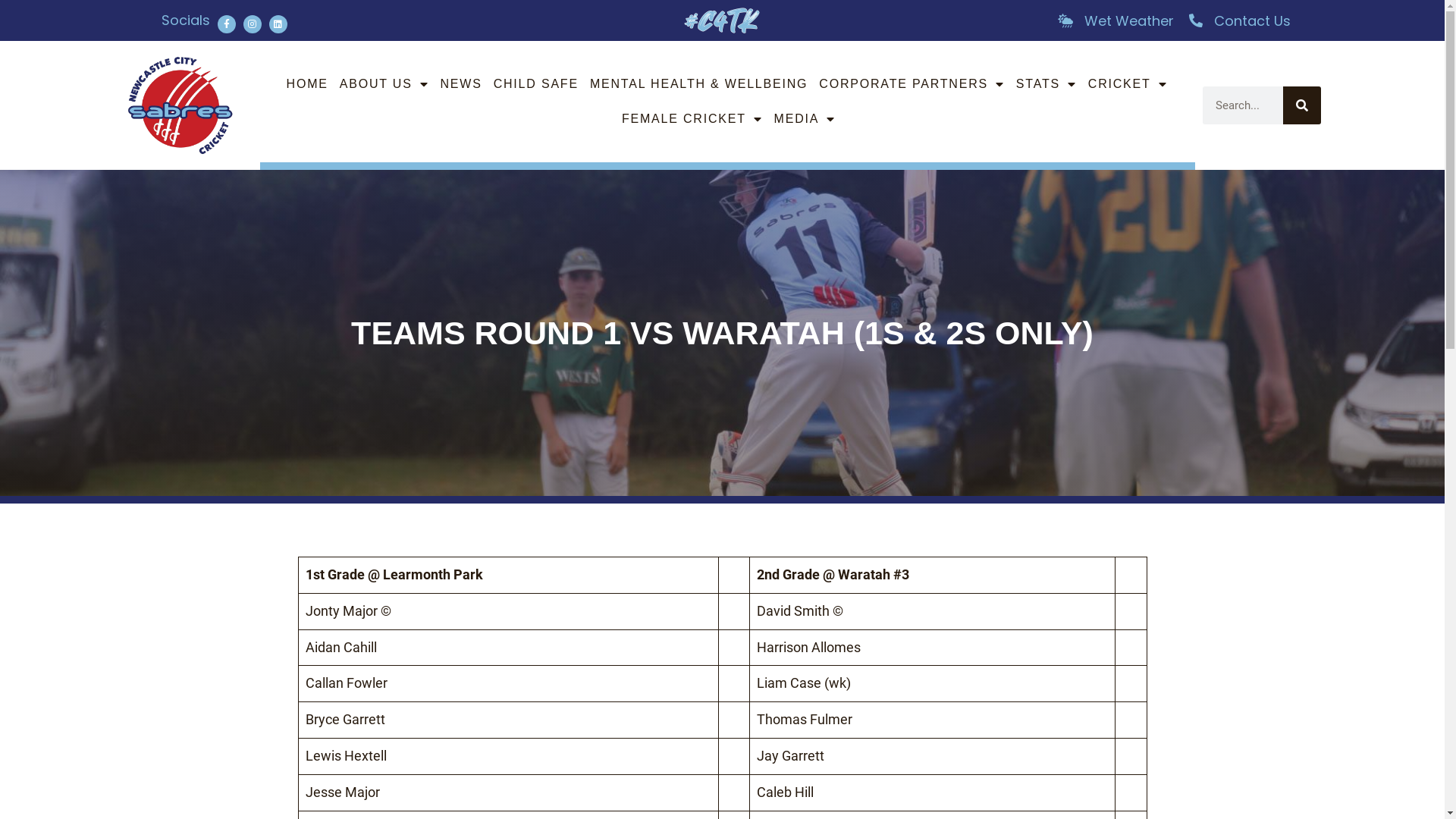  I want to click on '#c4tk', so click(683, 20).